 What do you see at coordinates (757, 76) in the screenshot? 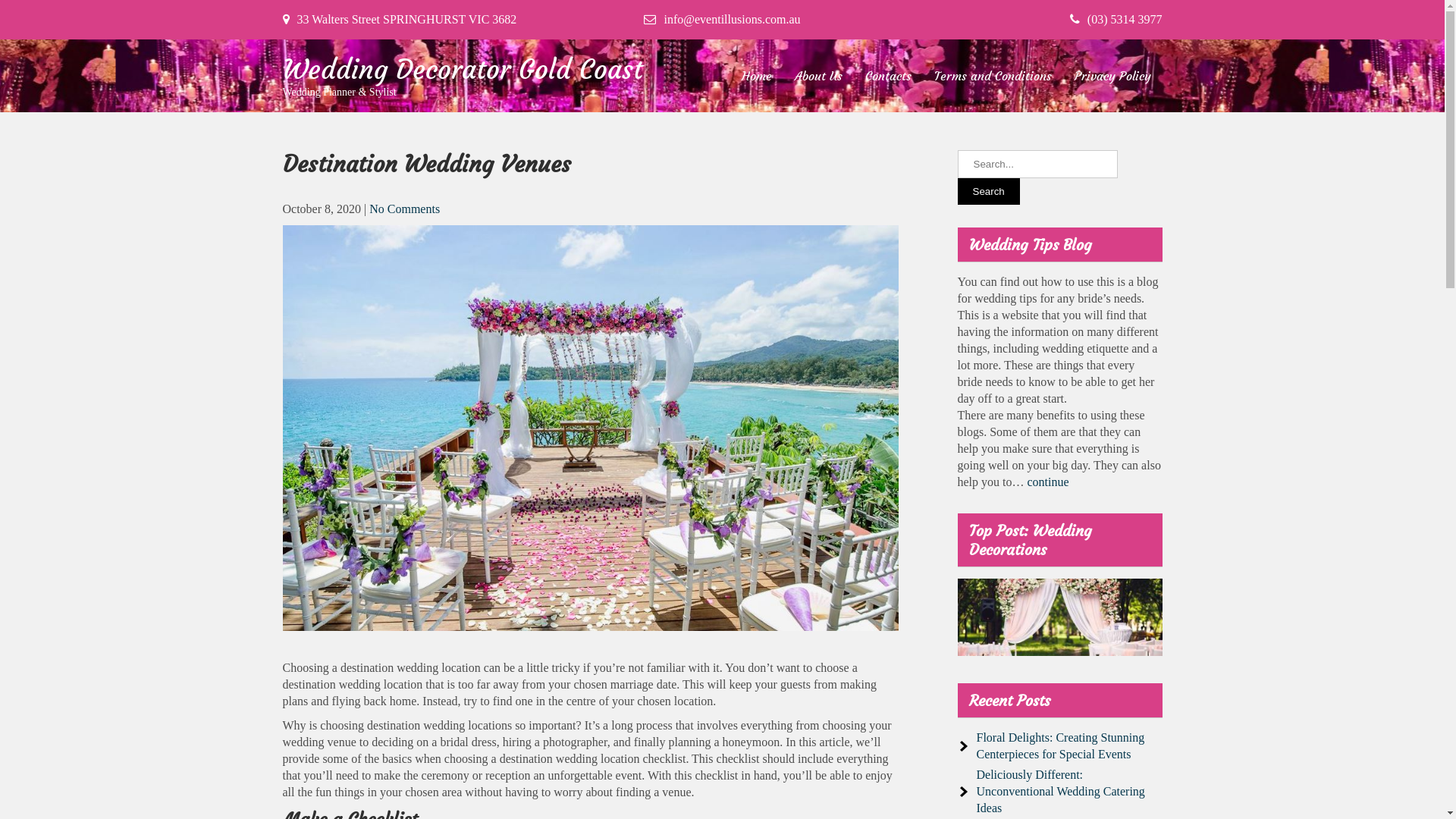
I see `'Home'` at bounding box center [757, 76].